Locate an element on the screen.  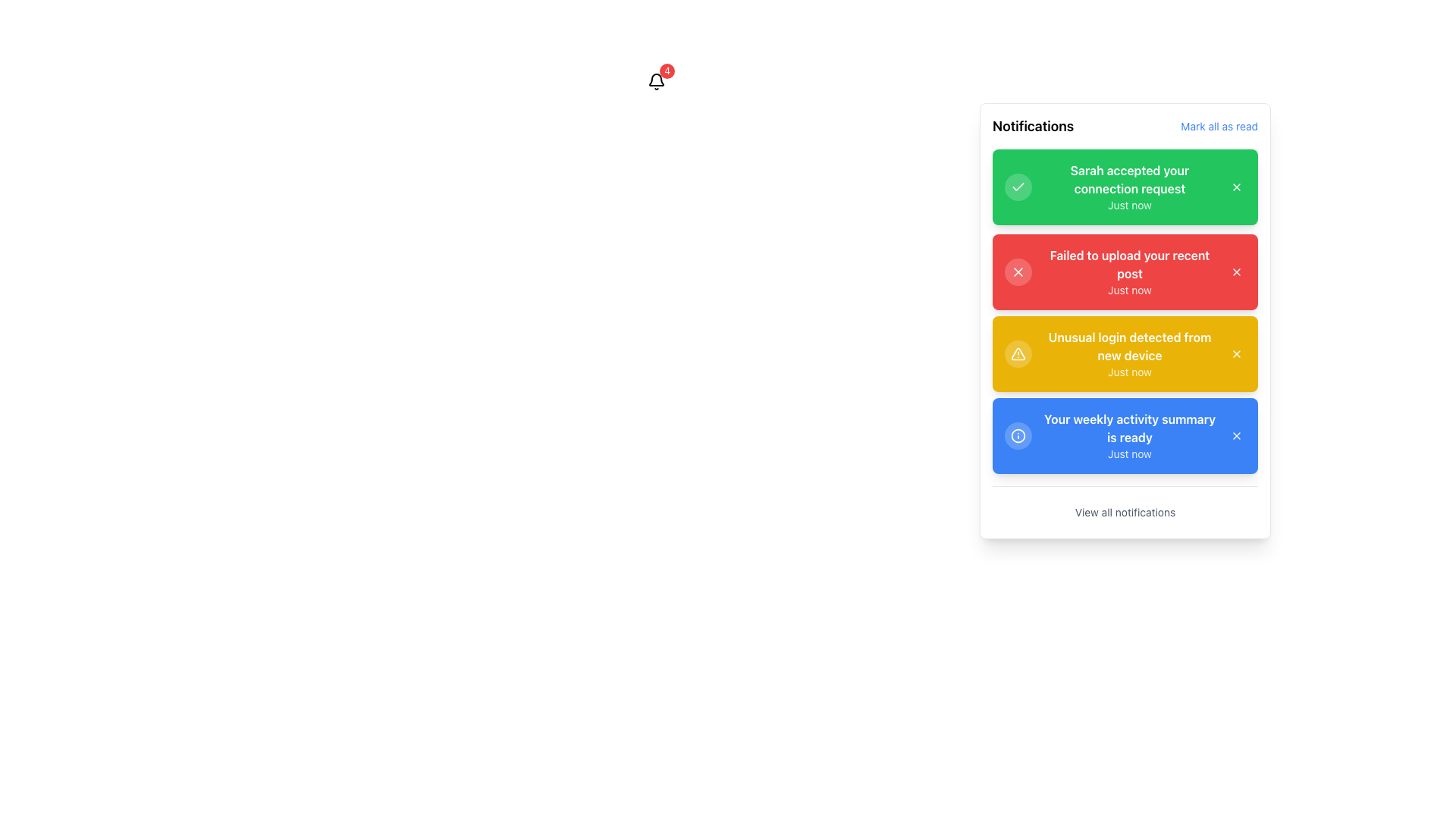
first notification in the notification list that informs about the acceptance of a connection request by Sarah is located at coordinates (1129, 186).